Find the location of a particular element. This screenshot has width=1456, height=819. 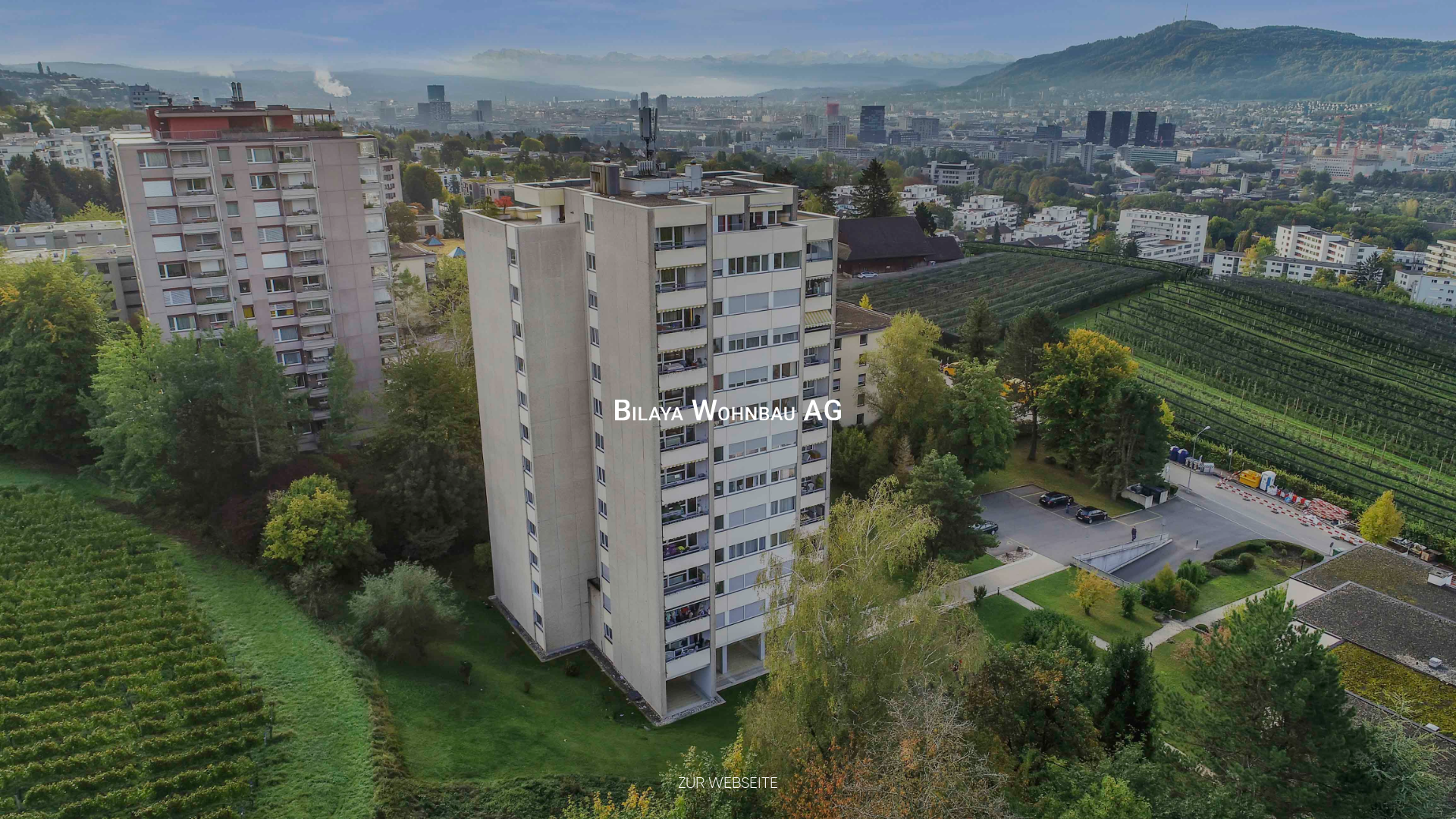

'ZUR WEBSEITE' is located at coordinates (728, 783).